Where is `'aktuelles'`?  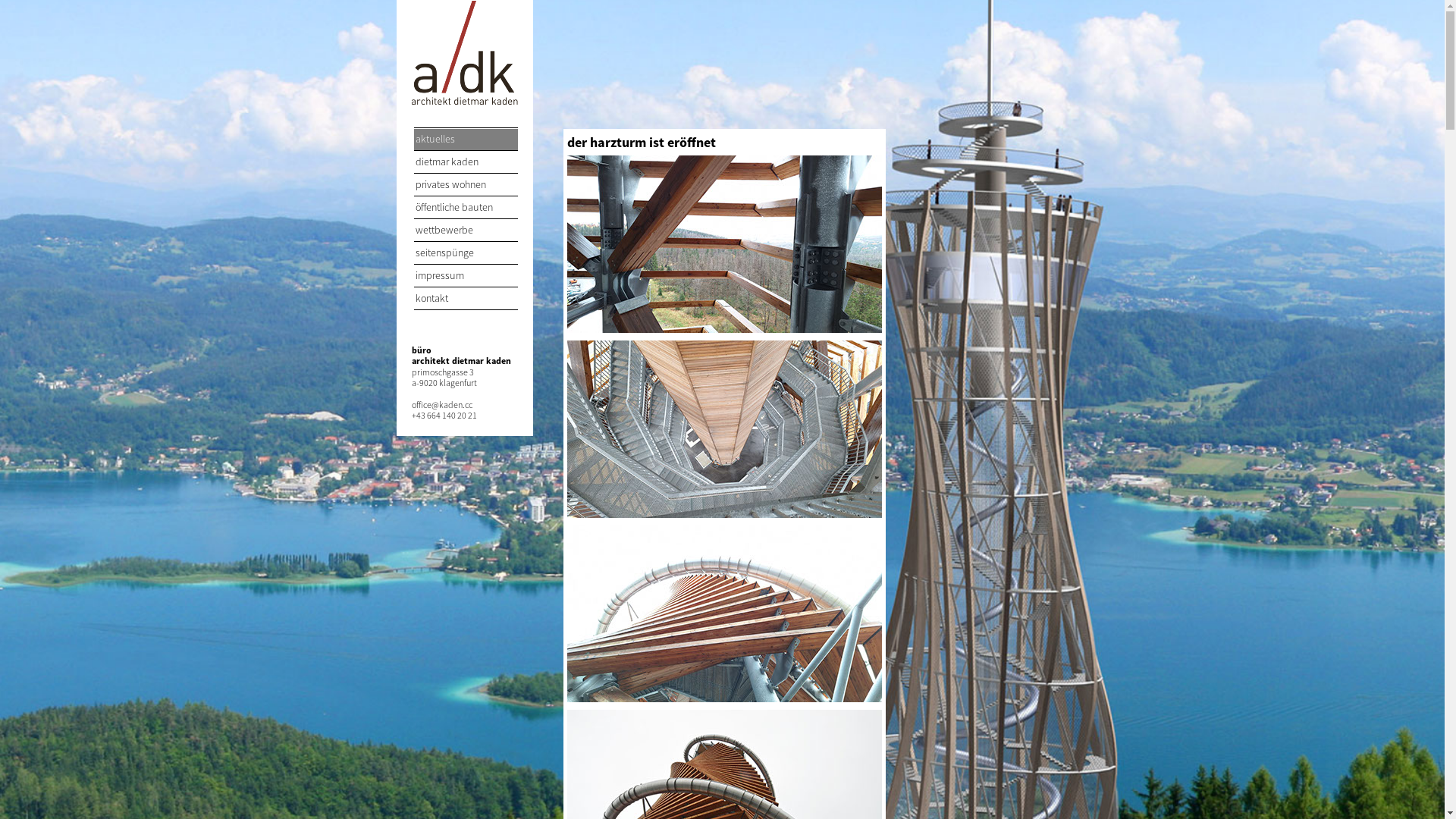
'aktuelles' is located at coordinates (414, 140).